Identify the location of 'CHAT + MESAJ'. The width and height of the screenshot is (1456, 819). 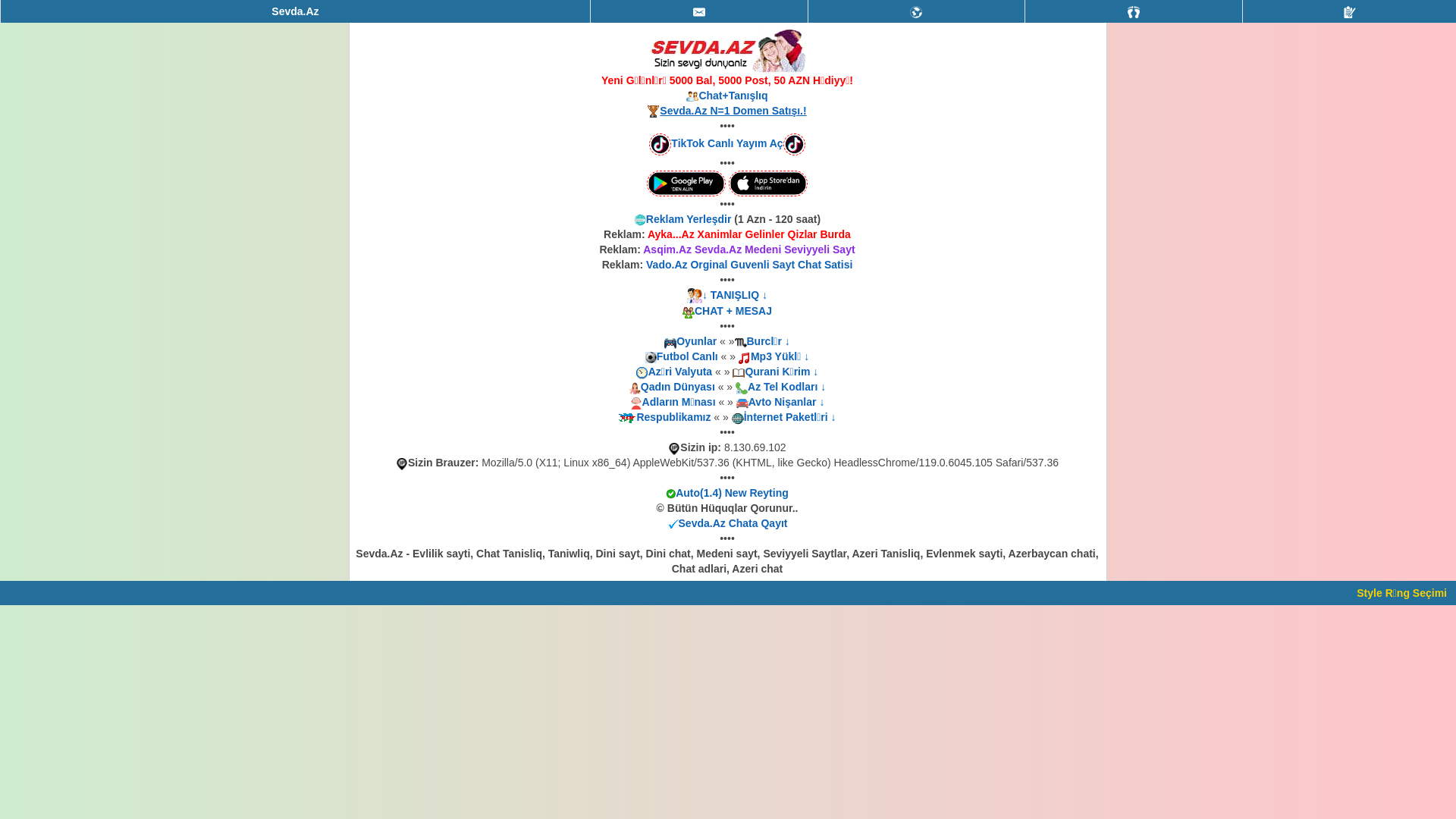
(733, 309).